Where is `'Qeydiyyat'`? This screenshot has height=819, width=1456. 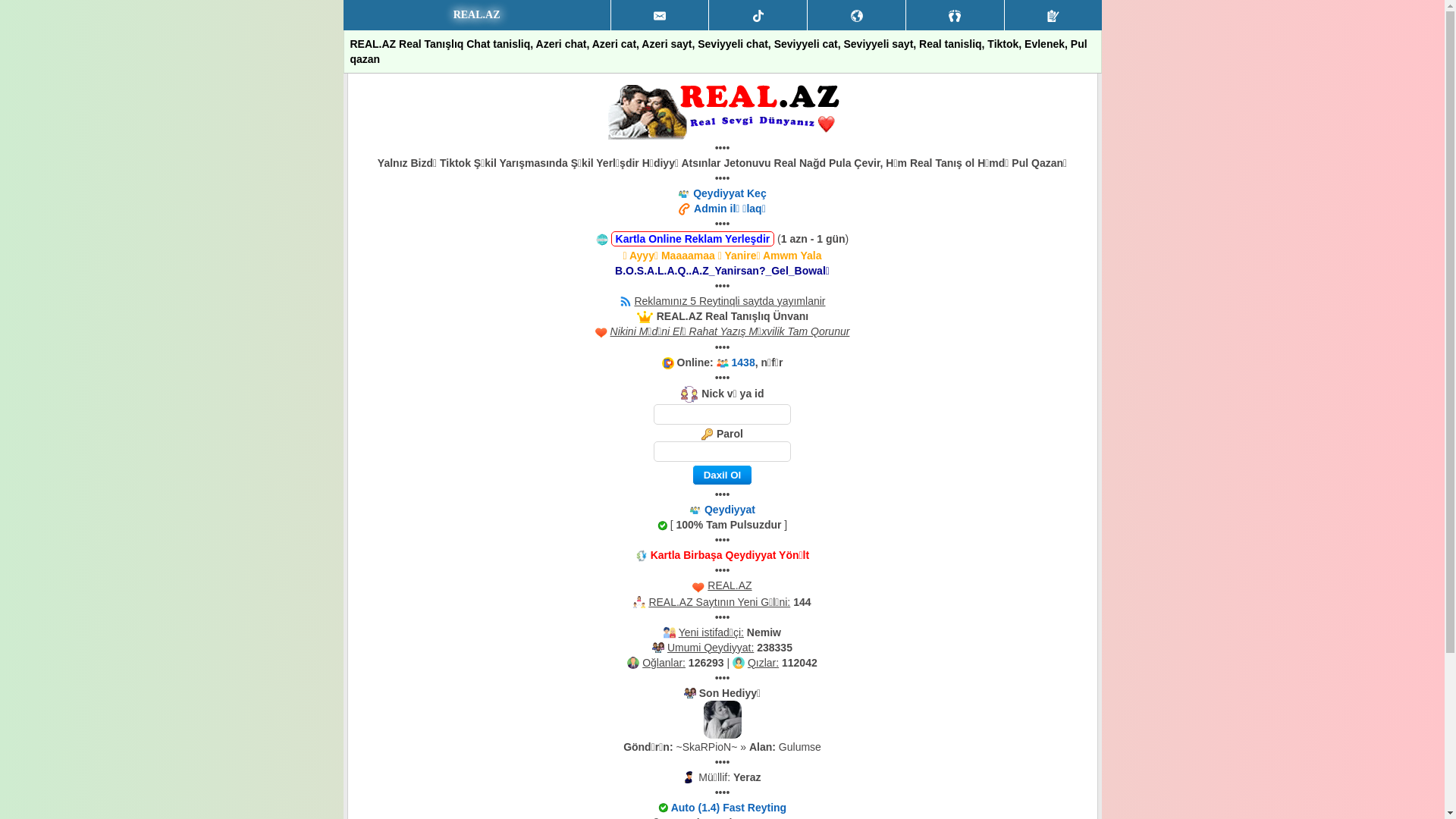 'Qeydiyyat' is located at coordinates (730, 509).